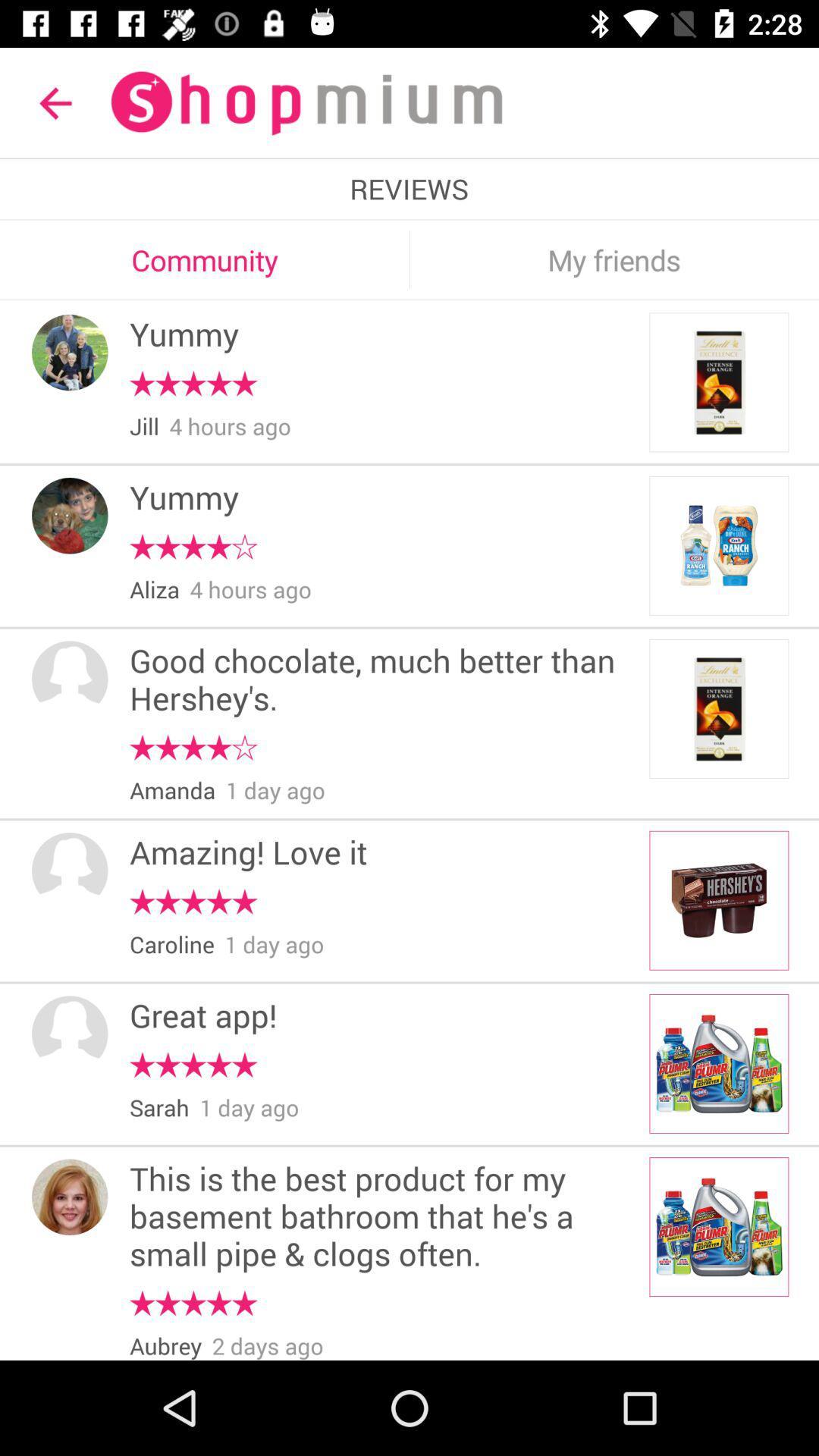 Image resolution: width=819 pixels, height=1456 pixels. I want to click on item above amanda, so click(193, 748).